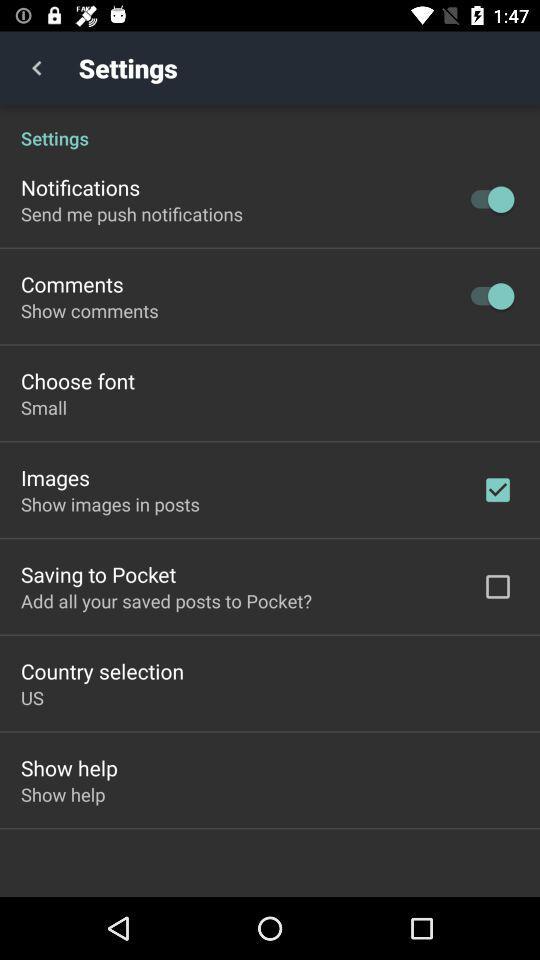 This screenshot has height=960, width=540. What do you see at coordinates (131, 214) in the screenshot?
I see `item below the notifications icon` at bounding box center [131, 214].